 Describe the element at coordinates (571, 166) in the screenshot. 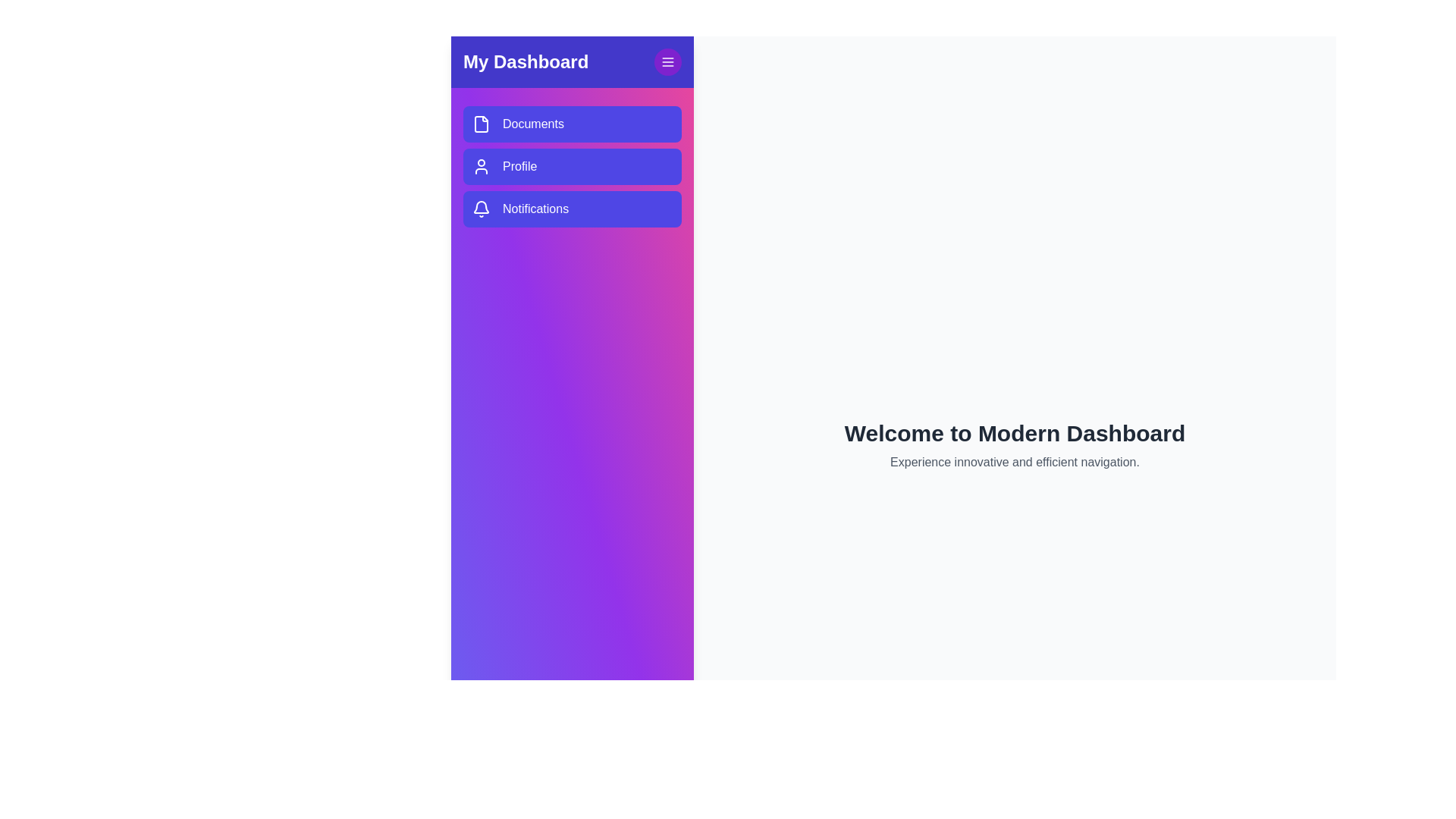

I see `the 'Profile' button to navigate to the profile section` at that location.